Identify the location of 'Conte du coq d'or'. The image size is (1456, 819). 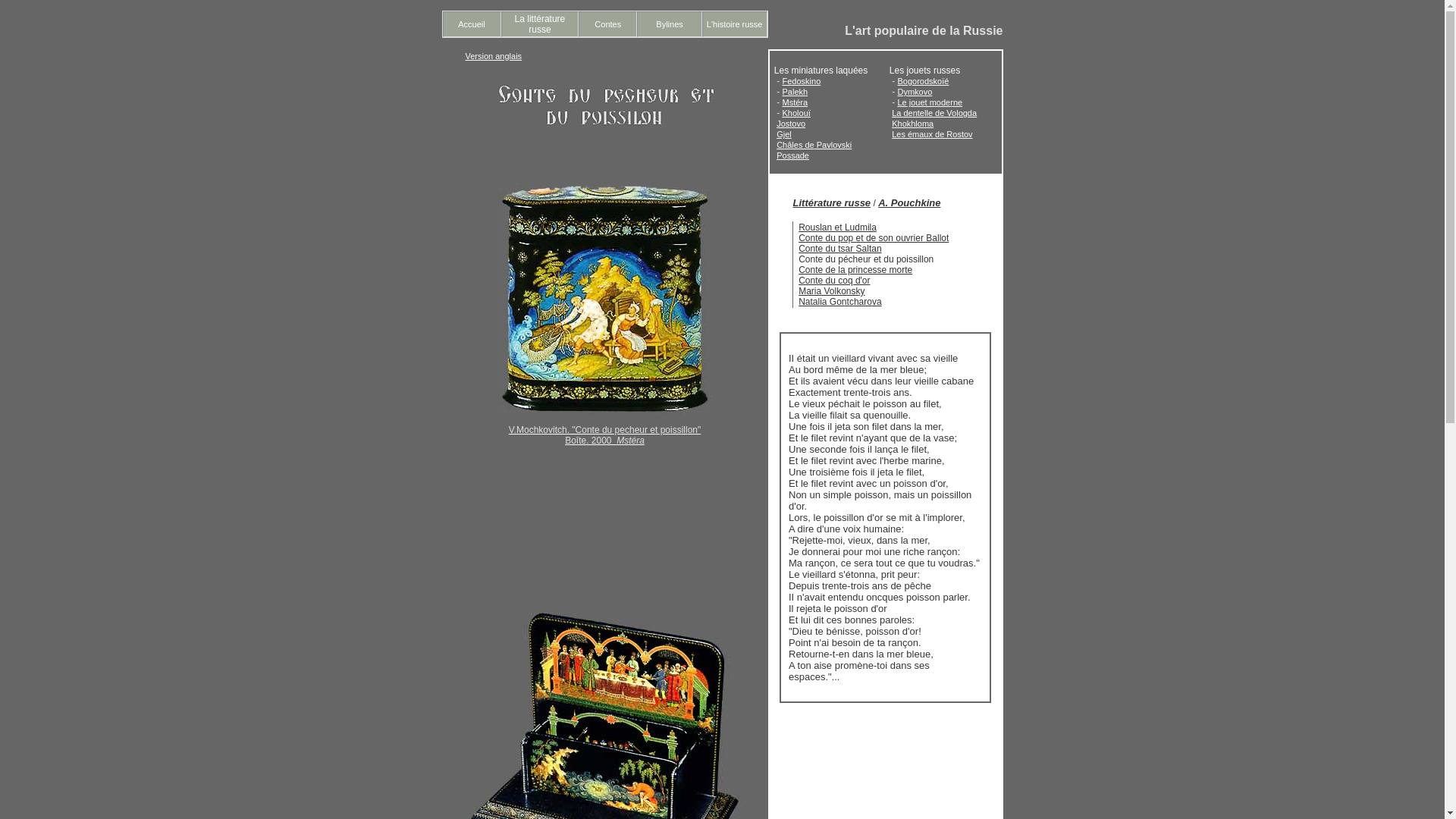
(833, 281).